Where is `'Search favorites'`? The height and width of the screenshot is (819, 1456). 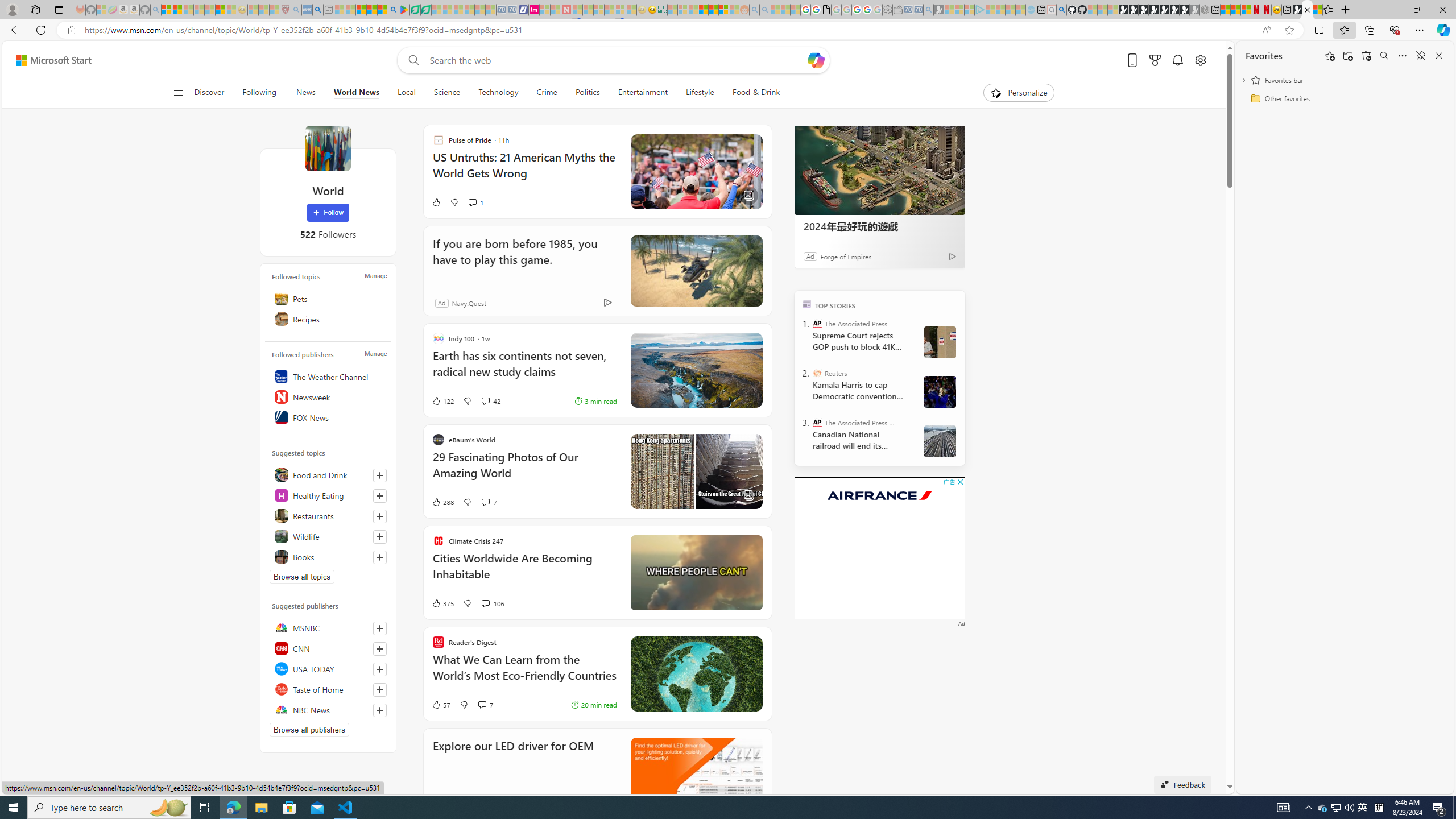 'Search favorites' is located at coordinates (1384, 55).